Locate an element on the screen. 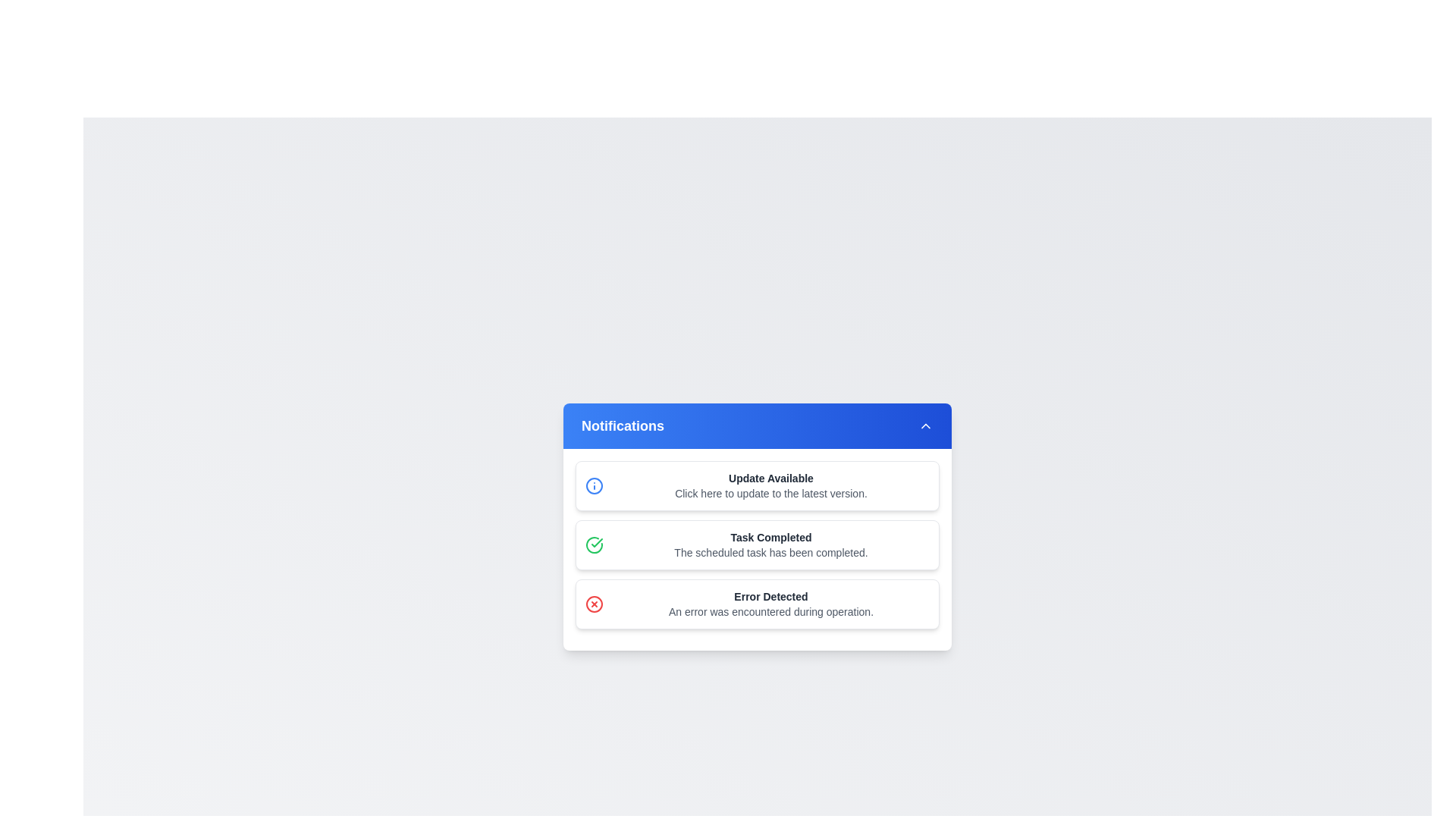 Image resolution: width=1456 pixels, height=819 pixels. update information from the Notification entry titled 'Update Available', which includes the description 'Click here to update to the latest version.' is located at coordinates (771, 485).